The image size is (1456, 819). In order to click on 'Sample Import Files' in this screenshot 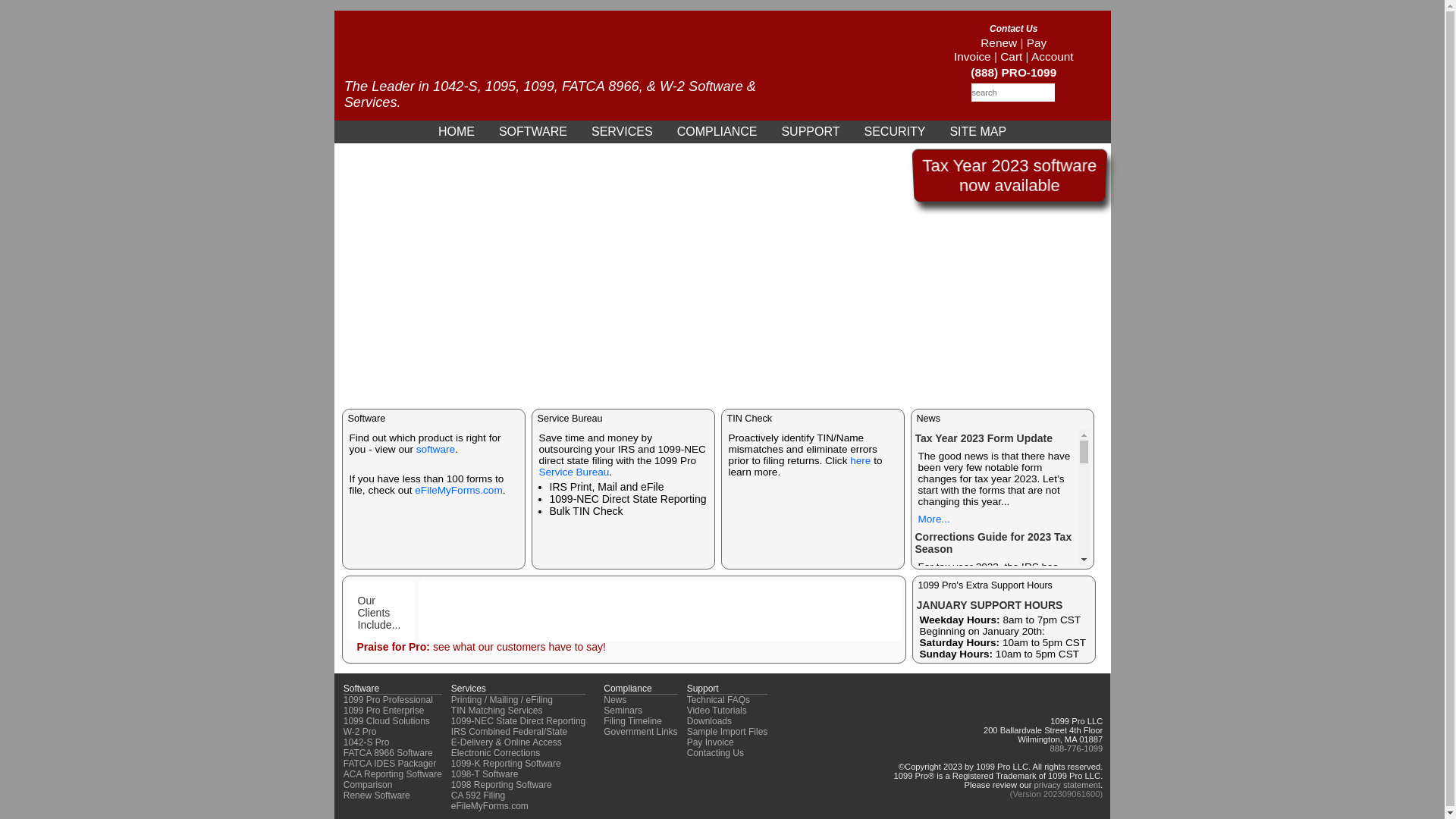, I will do `click(686, 730)`.